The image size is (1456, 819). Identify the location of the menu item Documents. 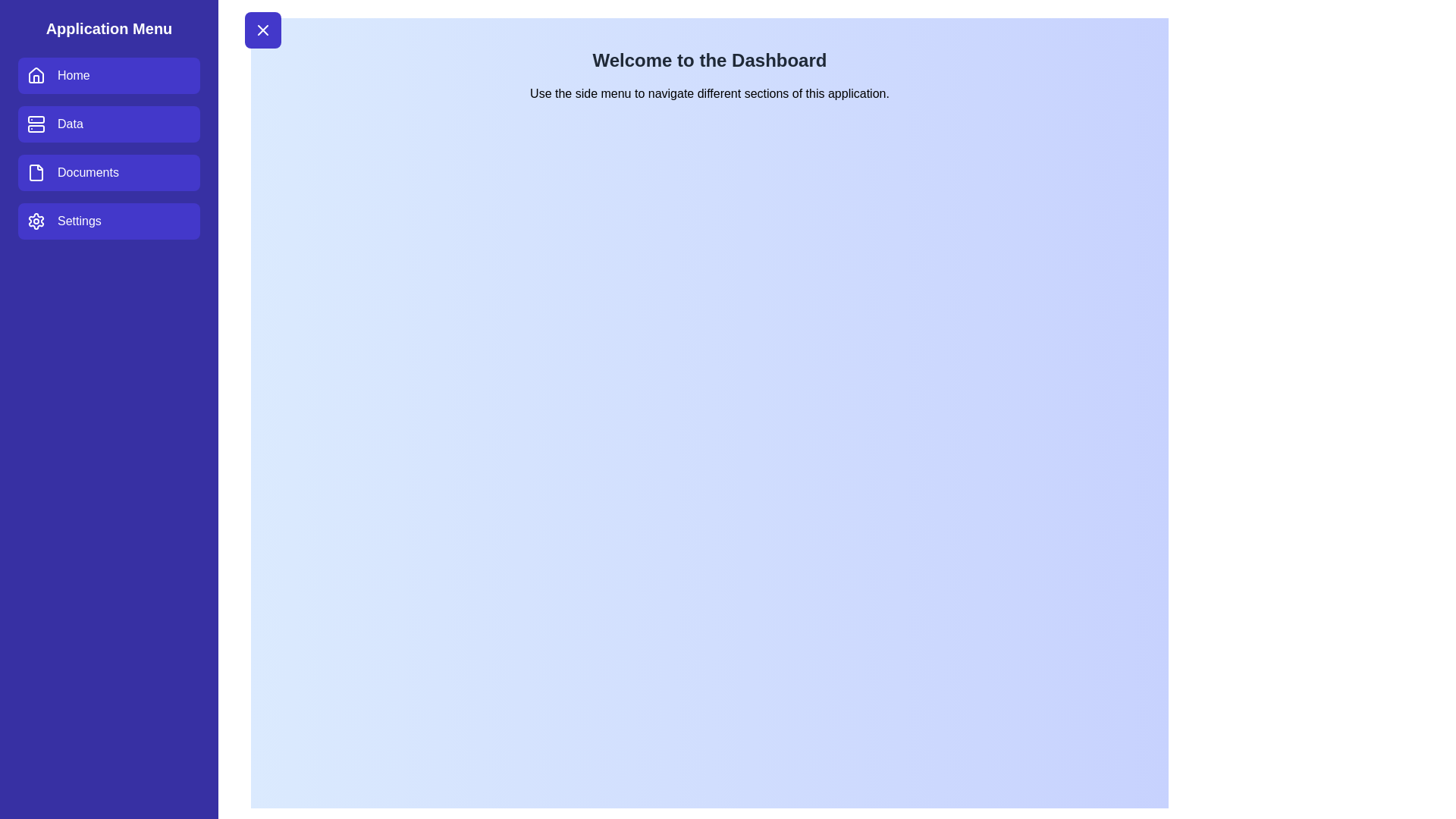
(108, 171).